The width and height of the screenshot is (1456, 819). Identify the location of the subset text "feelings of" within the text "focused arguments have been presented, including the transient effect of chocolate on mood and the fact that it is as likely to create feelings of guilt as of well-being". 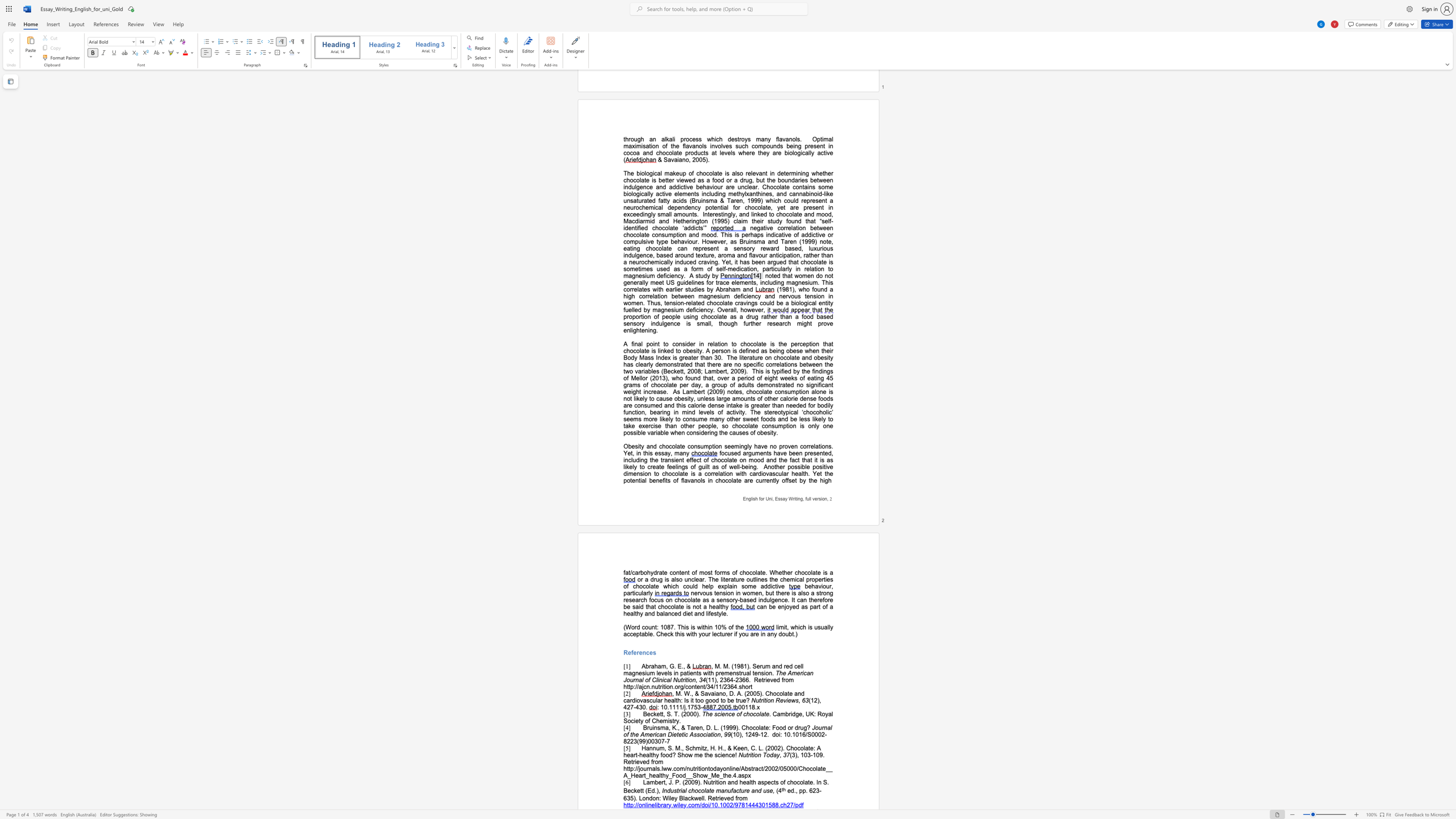
(666, 466).